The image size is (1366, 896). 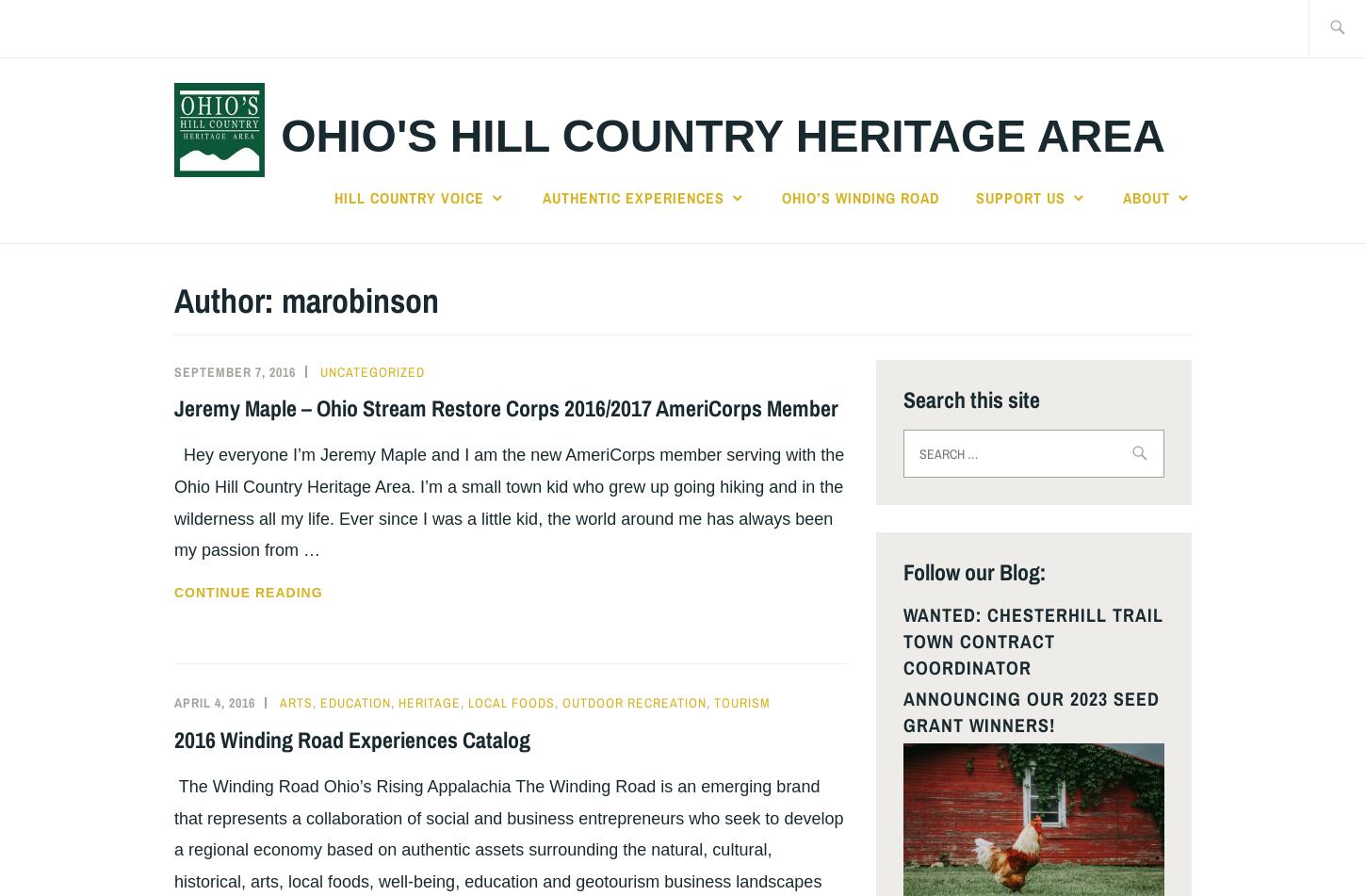 I want to click on 'Hill Country Voice', so click(x=408, y=197).